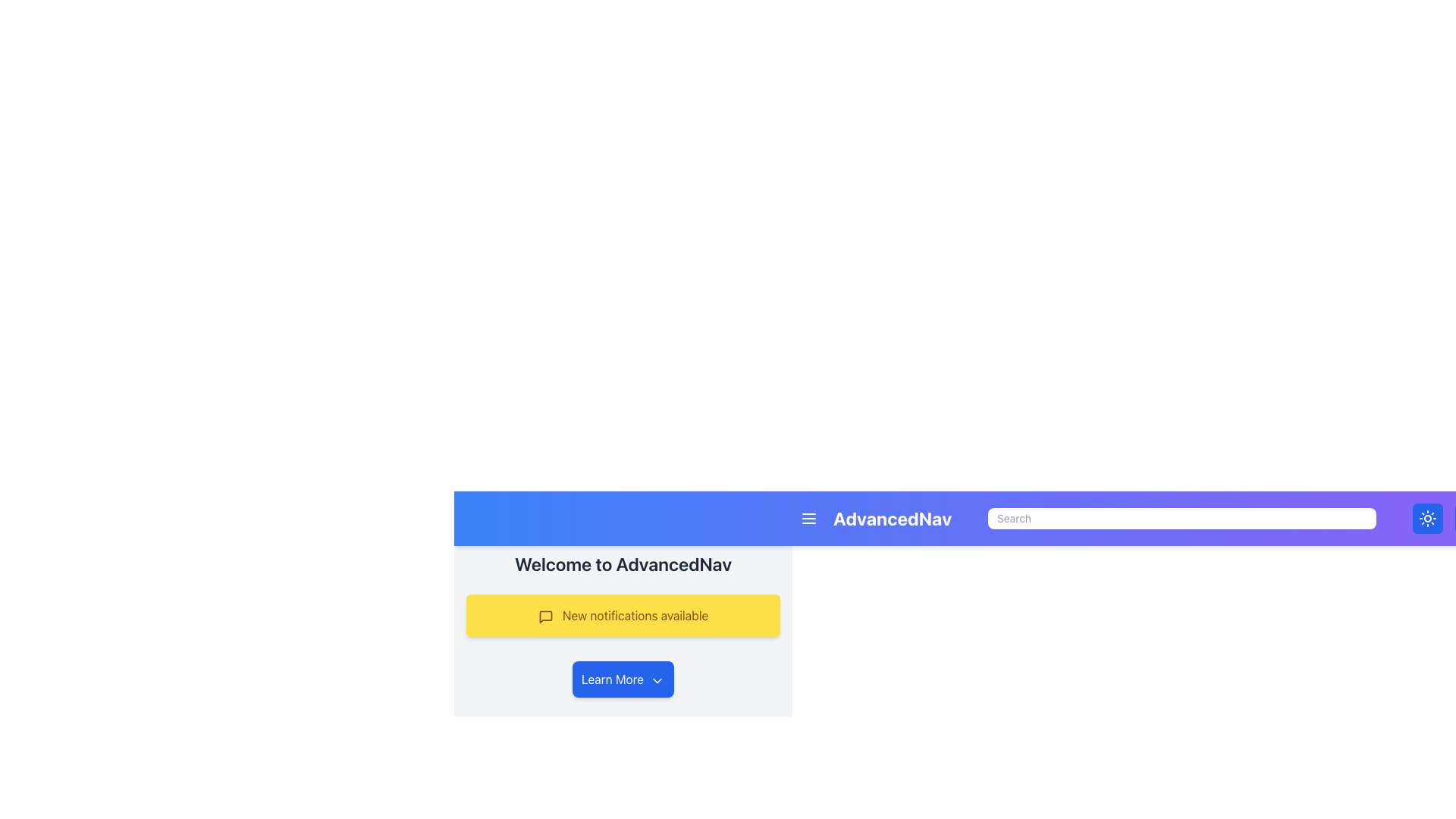 This screenshot has height=819, width=1456. I want to click on the Notification Banner that displays alert messages for new notifications, positioned centrally below the heading and above the buttons, so click(623, 593).